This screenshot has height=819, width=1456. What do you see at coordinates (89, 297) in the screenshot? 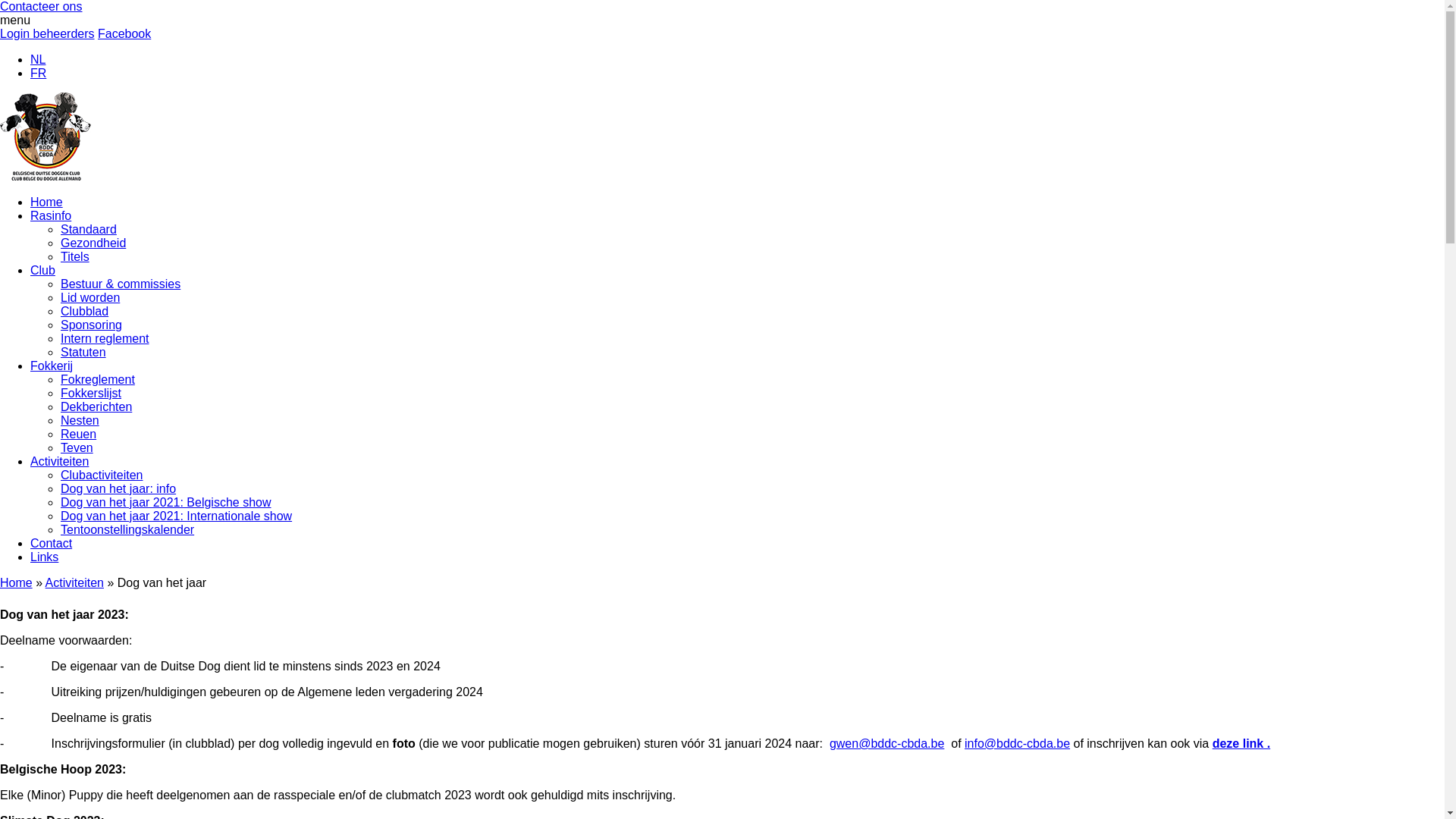
I see `'Lid worden'` at bounding box center [89, 297].